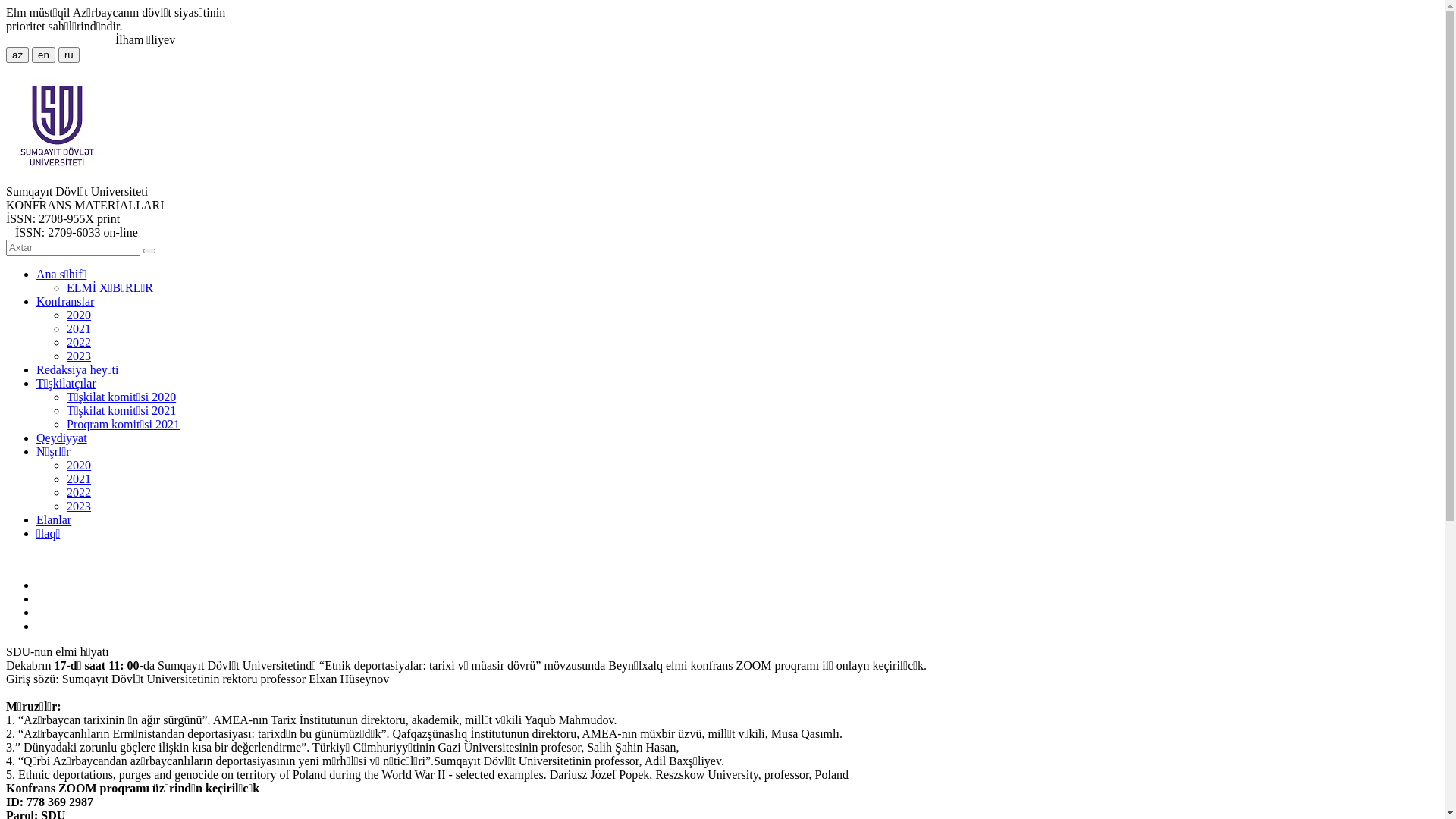  Describe the element at coordinates (68, 54) in the screenshot. I see `'ru'` at that location.